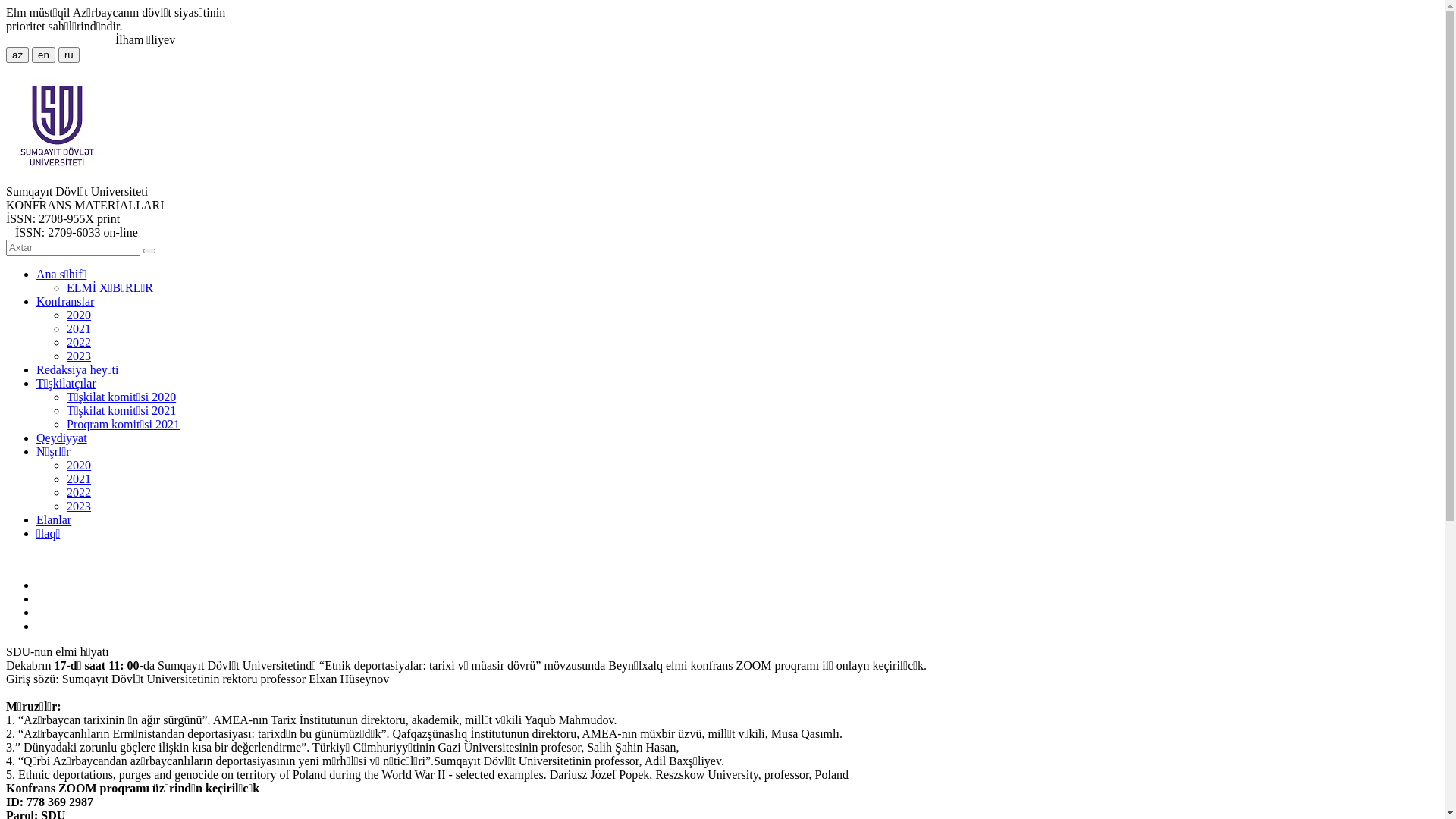  Describe the element at coordinates (68, 54) in the screenshot. I see `'ru'` at that location.